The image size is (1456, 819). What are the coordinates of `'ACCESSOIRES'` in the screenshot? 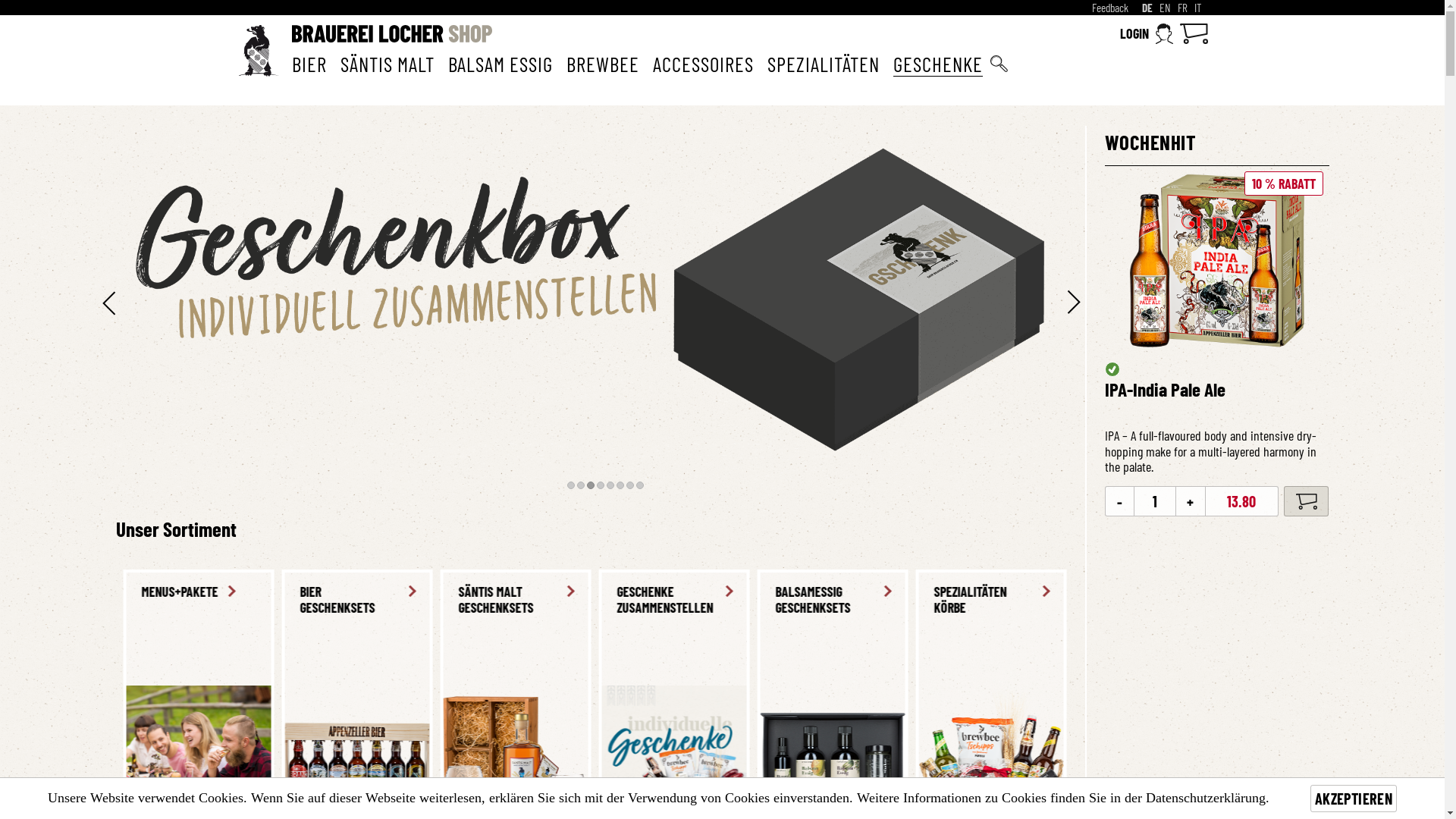 It's located at (701, 63).